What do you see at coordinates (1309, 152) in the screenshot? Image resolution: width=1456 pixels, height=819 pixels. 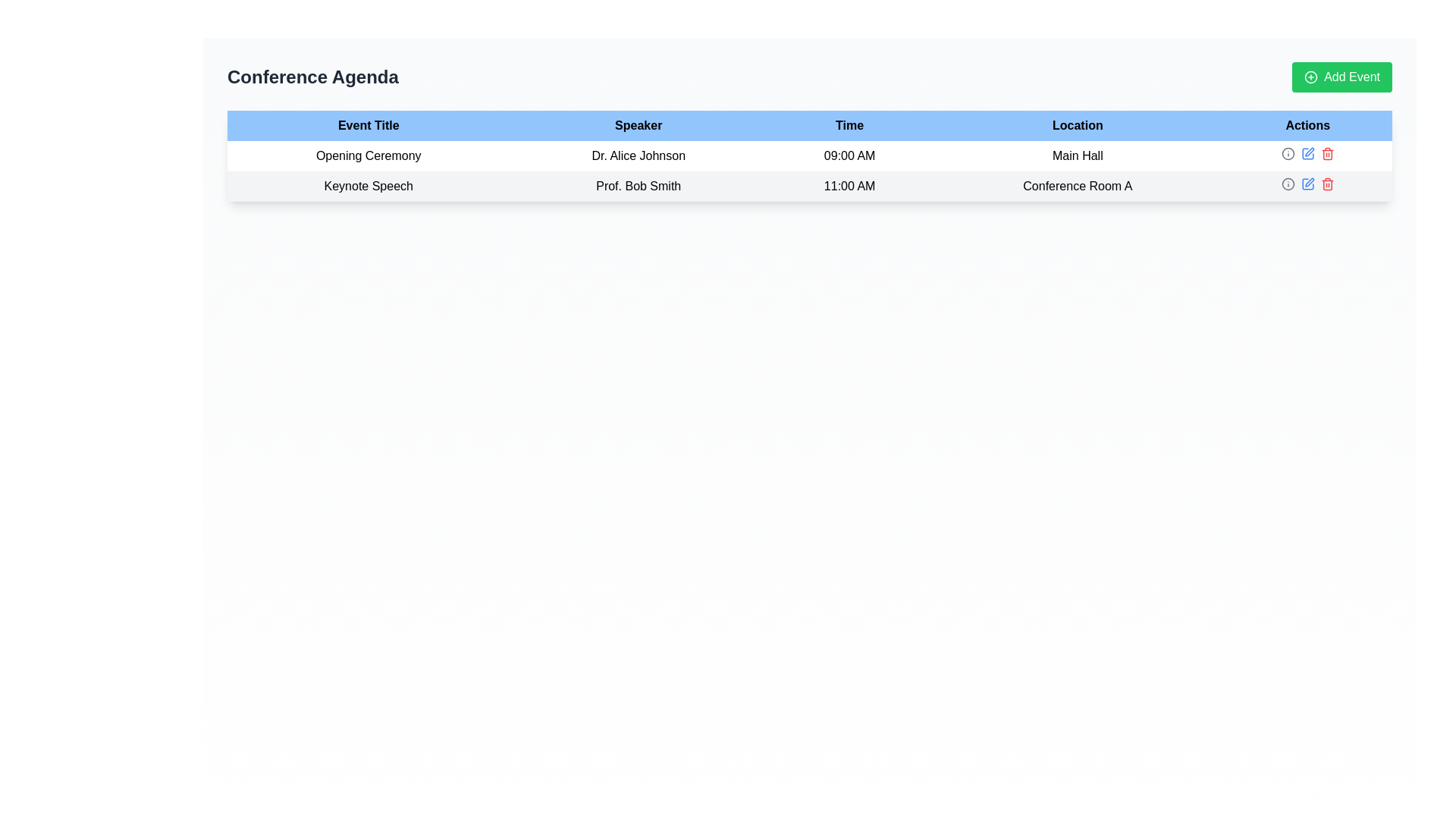 I see `the pen icon in the 'Actions' column of the 'Conference Agenda' table` at bounding box center [1309, 152].